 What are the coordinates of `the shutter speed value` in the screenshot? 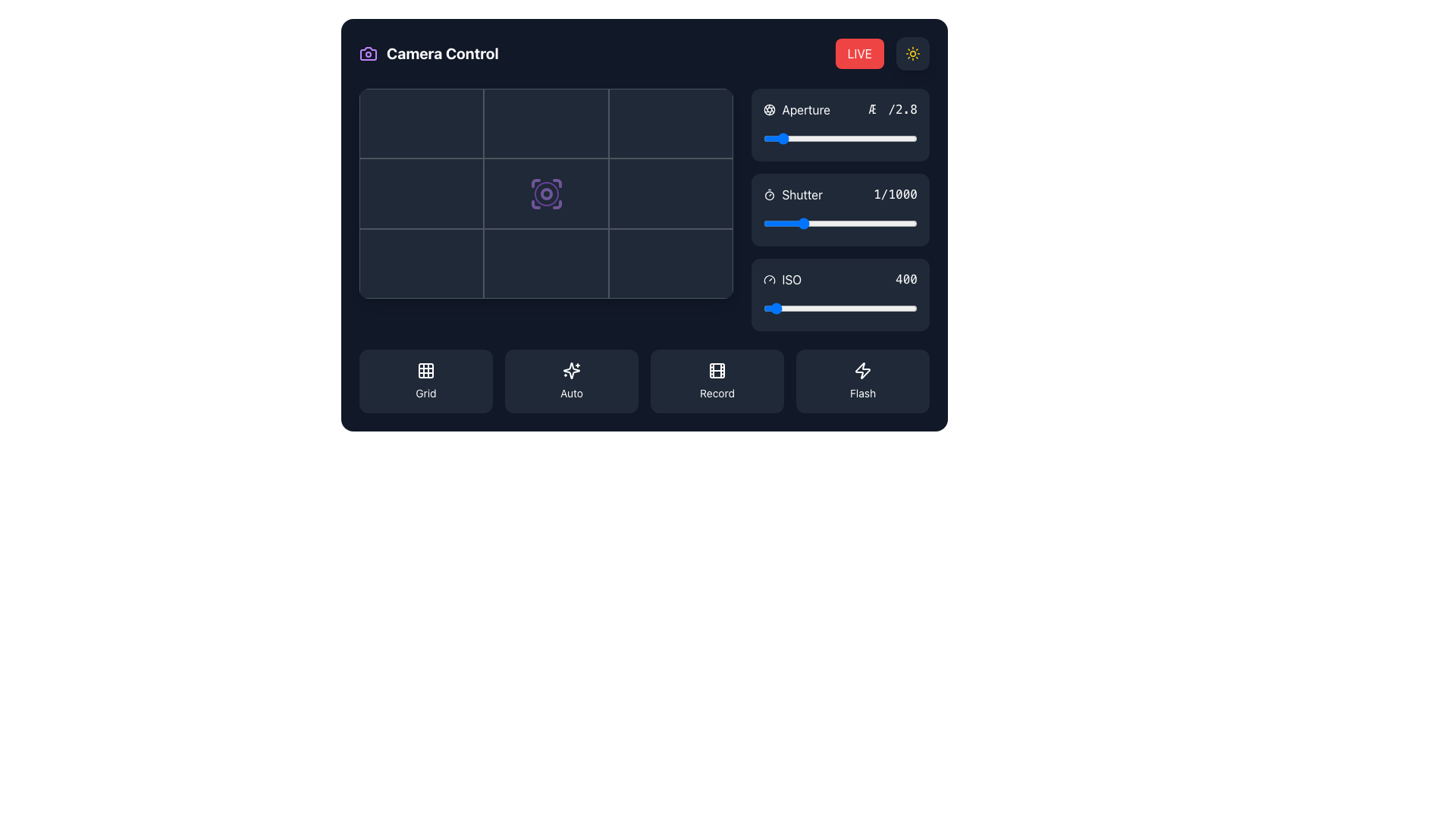 It's located at (883, 223).